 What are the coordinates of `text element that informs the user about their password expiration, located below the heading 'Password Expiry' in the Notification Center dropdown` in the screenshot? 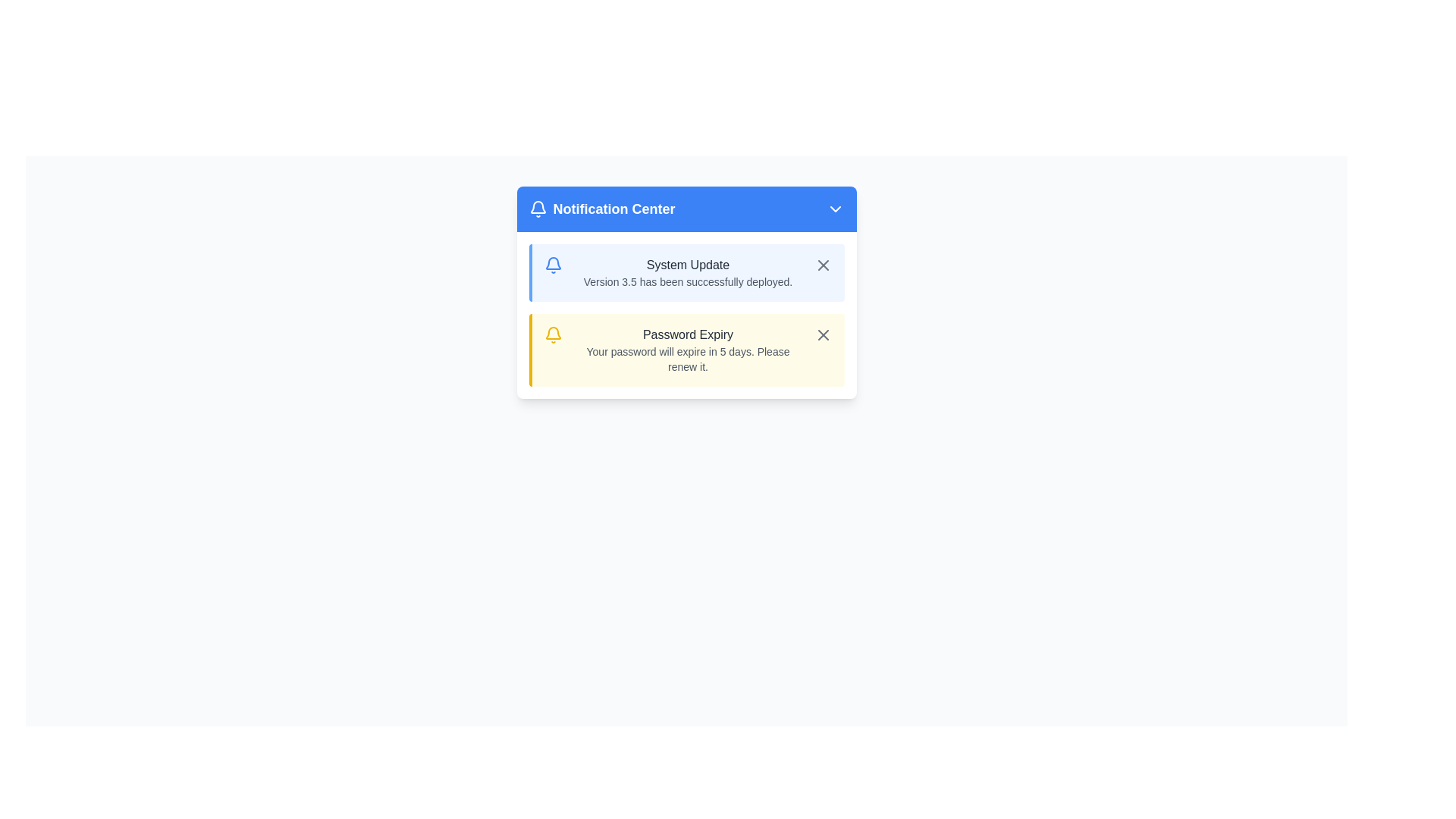 It's located at (687, 359).